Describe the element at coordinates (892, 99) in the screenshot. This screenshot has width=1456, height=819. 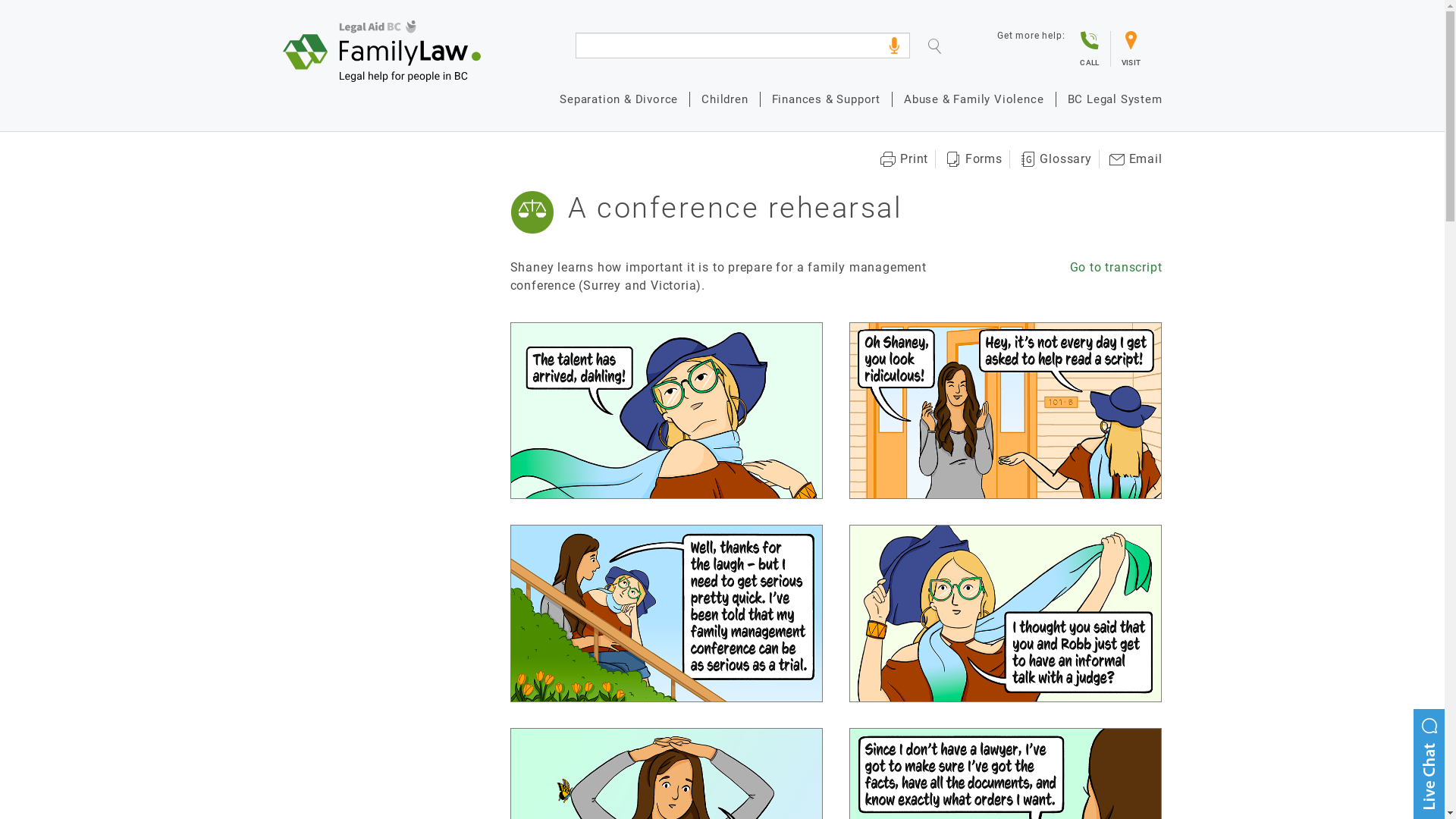
I see `'Abuse & Family Violence'` at that location.